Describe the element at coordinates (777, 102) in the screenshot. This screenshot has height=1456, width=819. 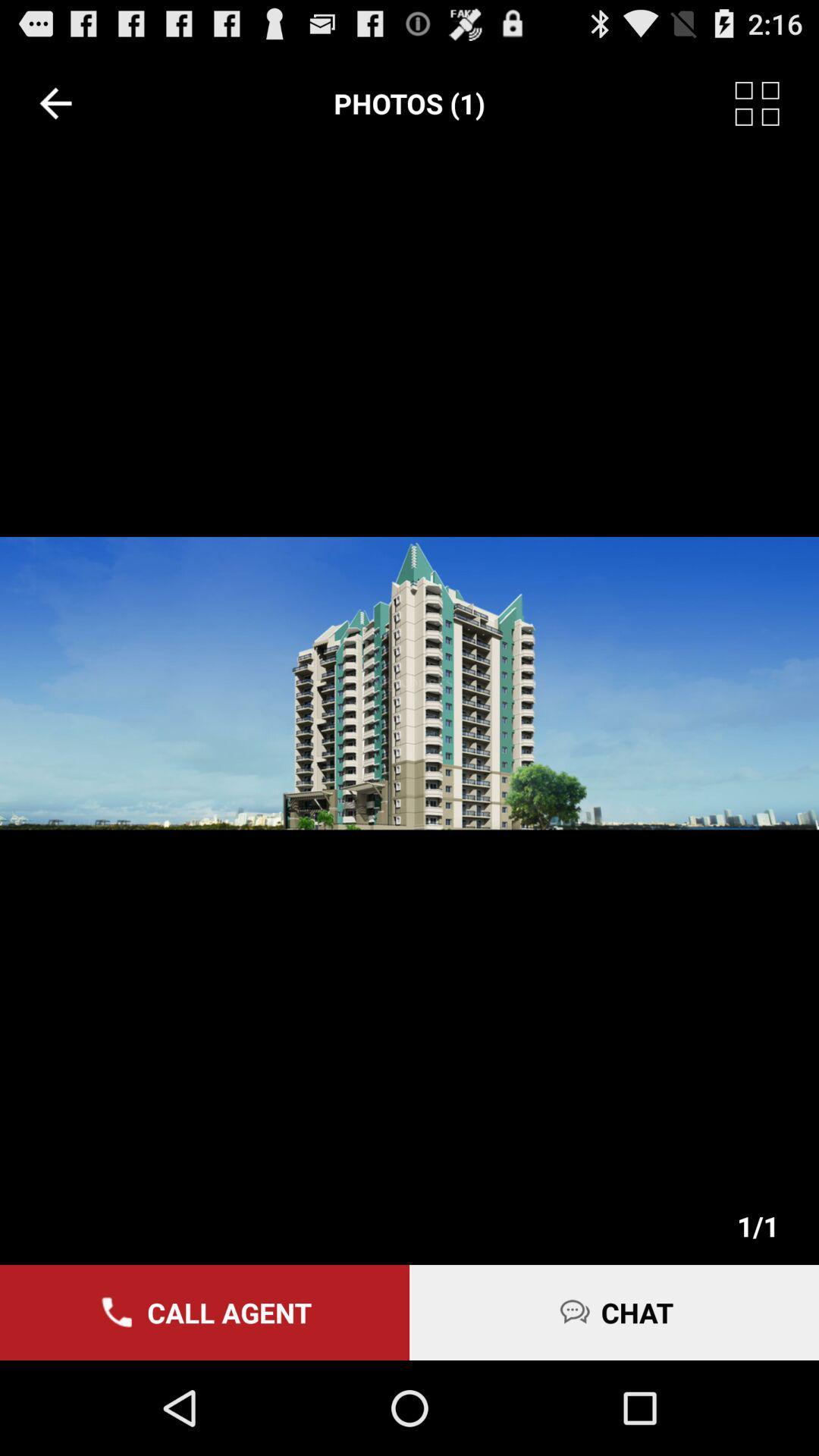
I see `go full screen` at that location.